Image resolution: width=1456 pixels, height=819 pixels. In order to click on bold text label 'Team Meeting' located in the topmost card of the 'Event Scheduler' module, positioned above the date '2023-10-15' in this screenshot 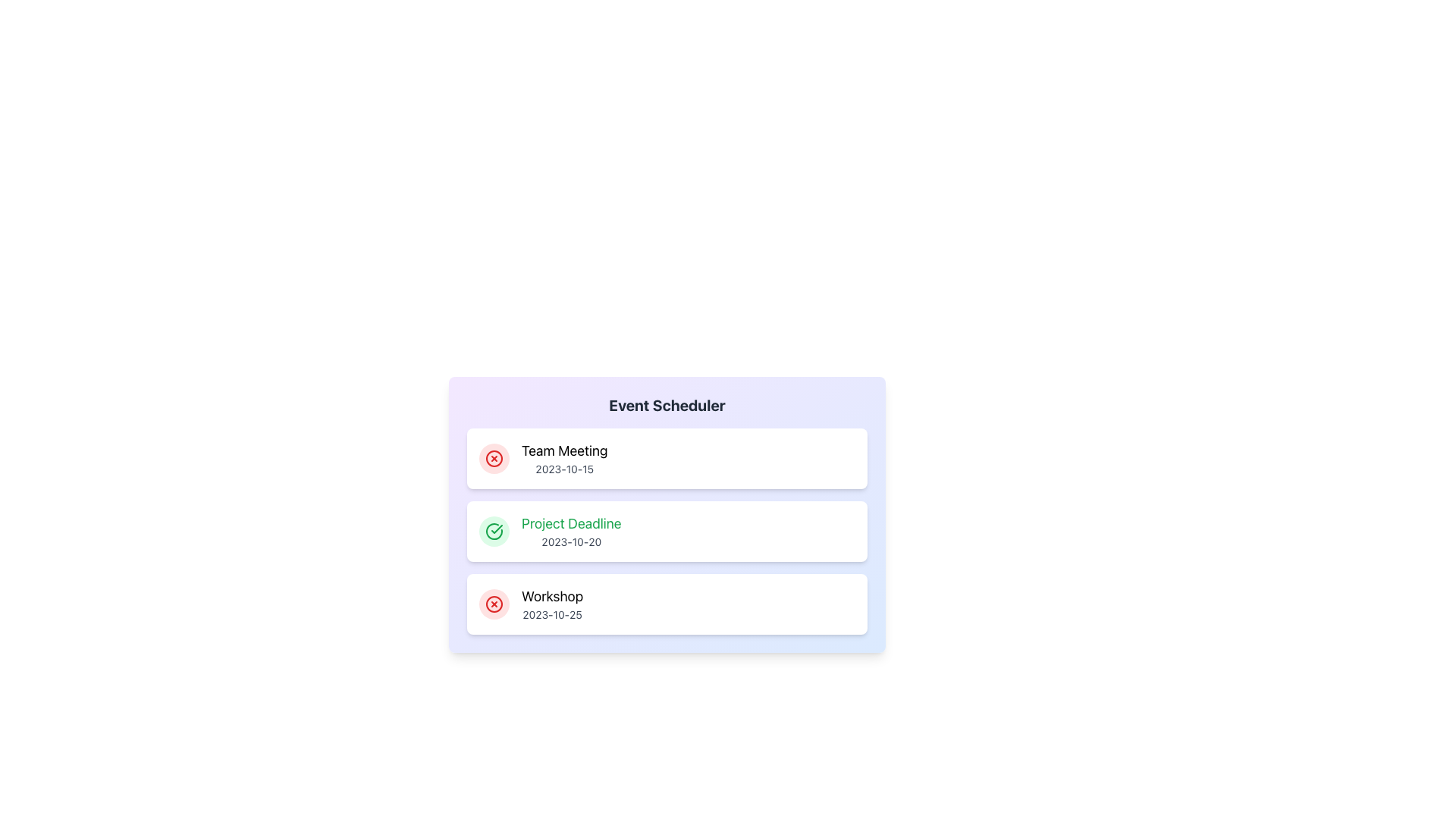, I will do `click(563, 450)`.